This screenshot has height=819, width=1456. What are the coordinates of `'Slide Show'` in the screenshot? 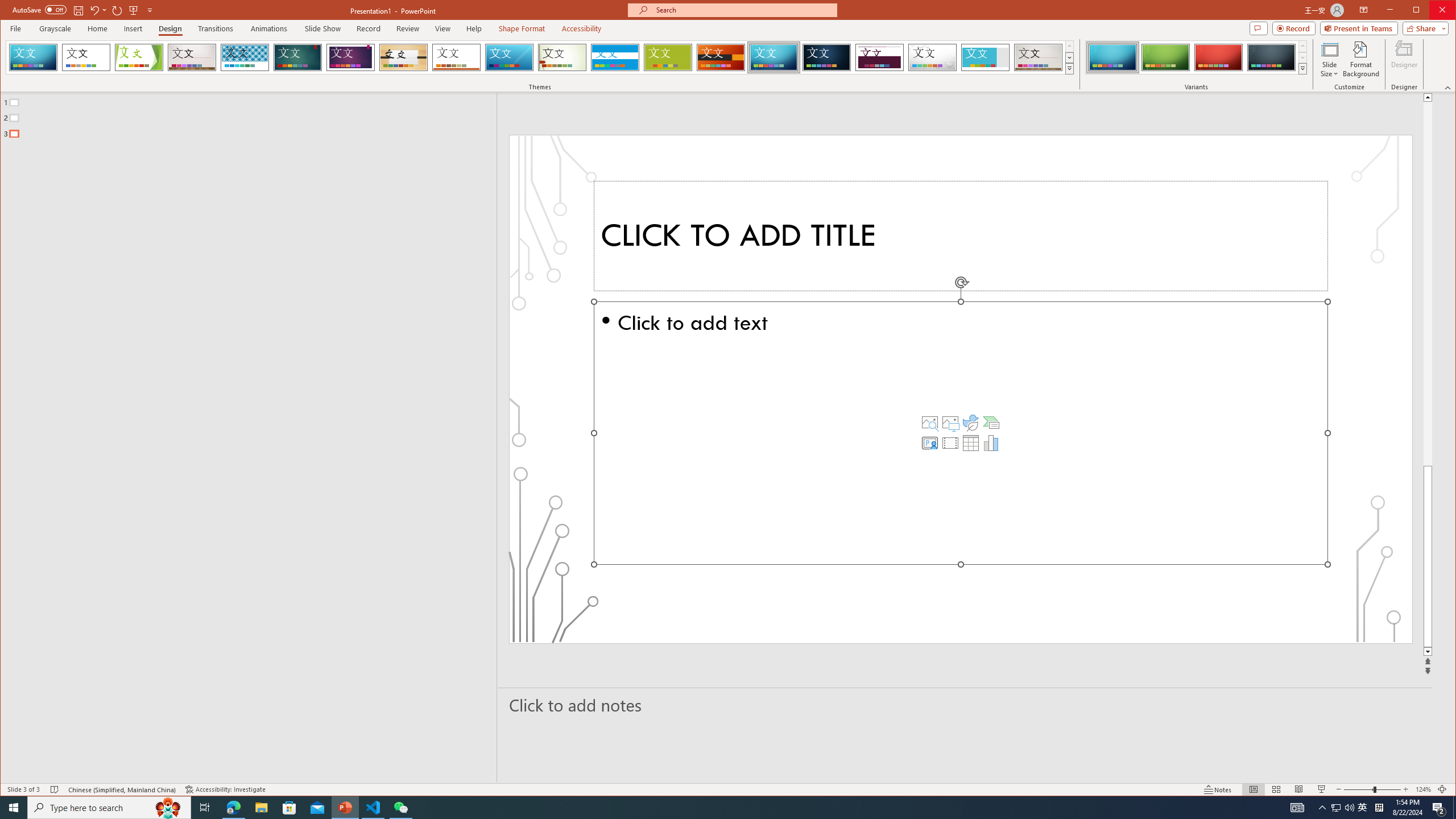 It's located at (322, 28).